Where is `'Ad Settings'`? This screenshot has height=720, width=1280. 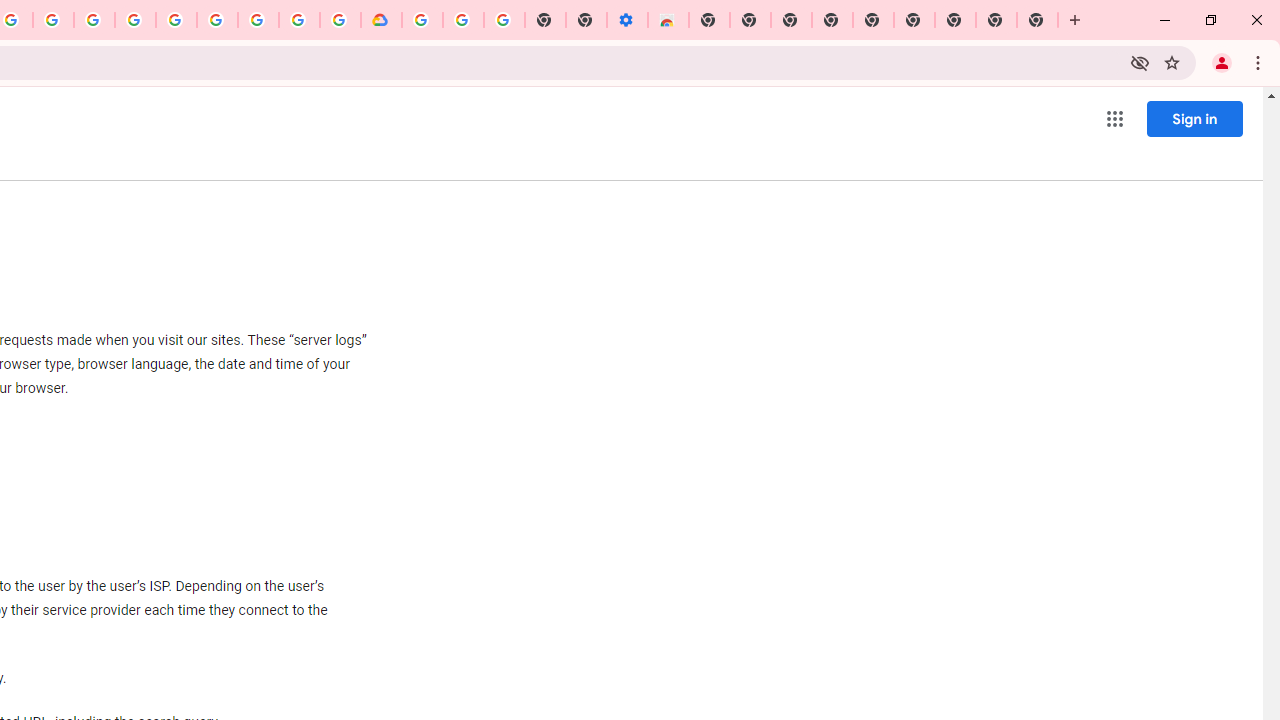
'Ad Settings' is located at coordinates (134, 20).